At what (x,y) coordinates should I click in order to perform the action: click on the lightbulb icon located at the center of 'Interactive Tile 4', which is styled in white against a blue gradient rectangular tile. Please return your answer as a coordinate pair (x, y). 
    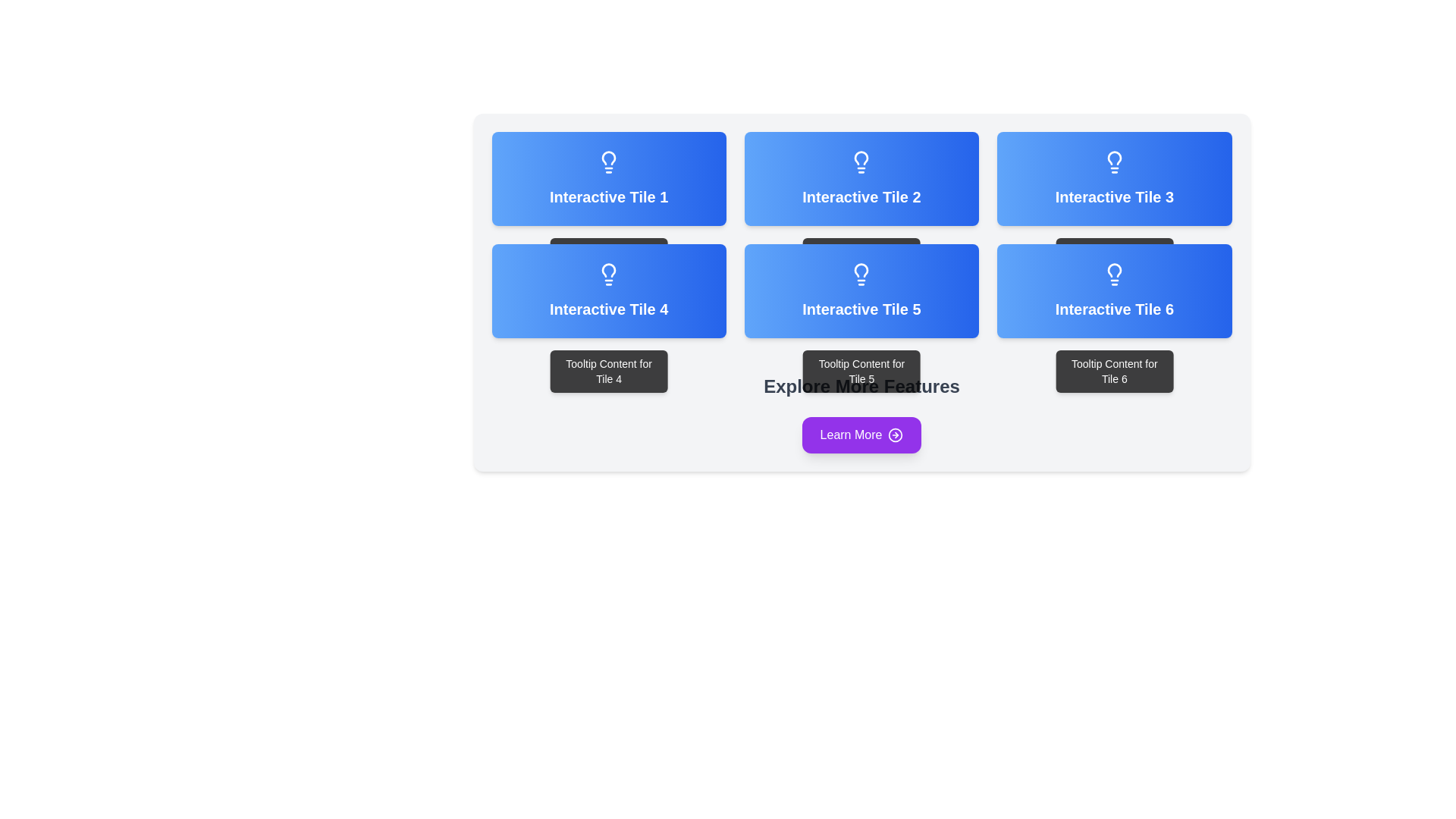
    Looking at the image, I should click on (609, 275).